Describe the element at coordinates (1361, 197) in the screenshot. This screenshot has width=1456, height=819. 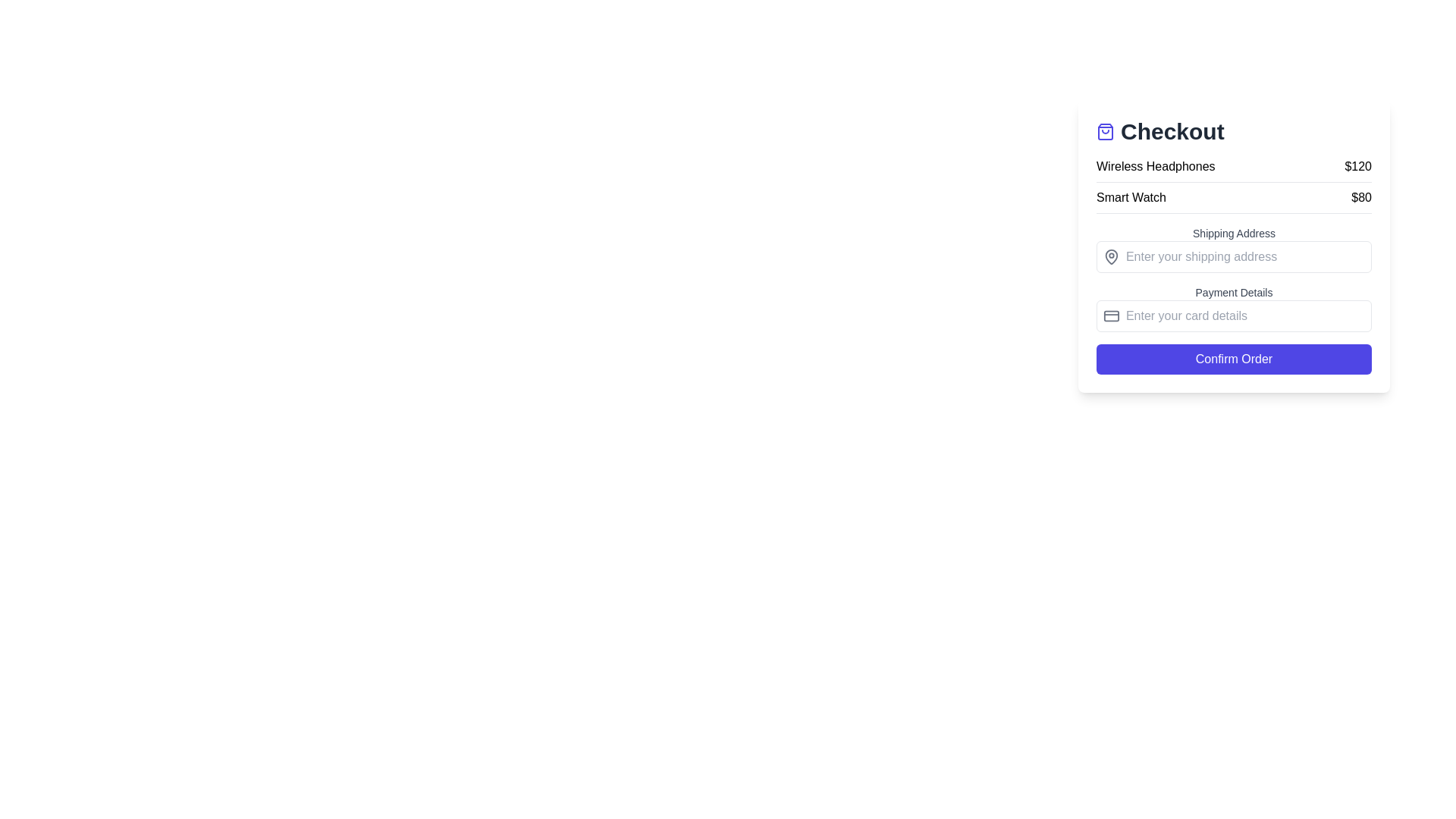
I see `the price label displaying '$80' next to 'Smart Watch' in the checkout interface` at that location.